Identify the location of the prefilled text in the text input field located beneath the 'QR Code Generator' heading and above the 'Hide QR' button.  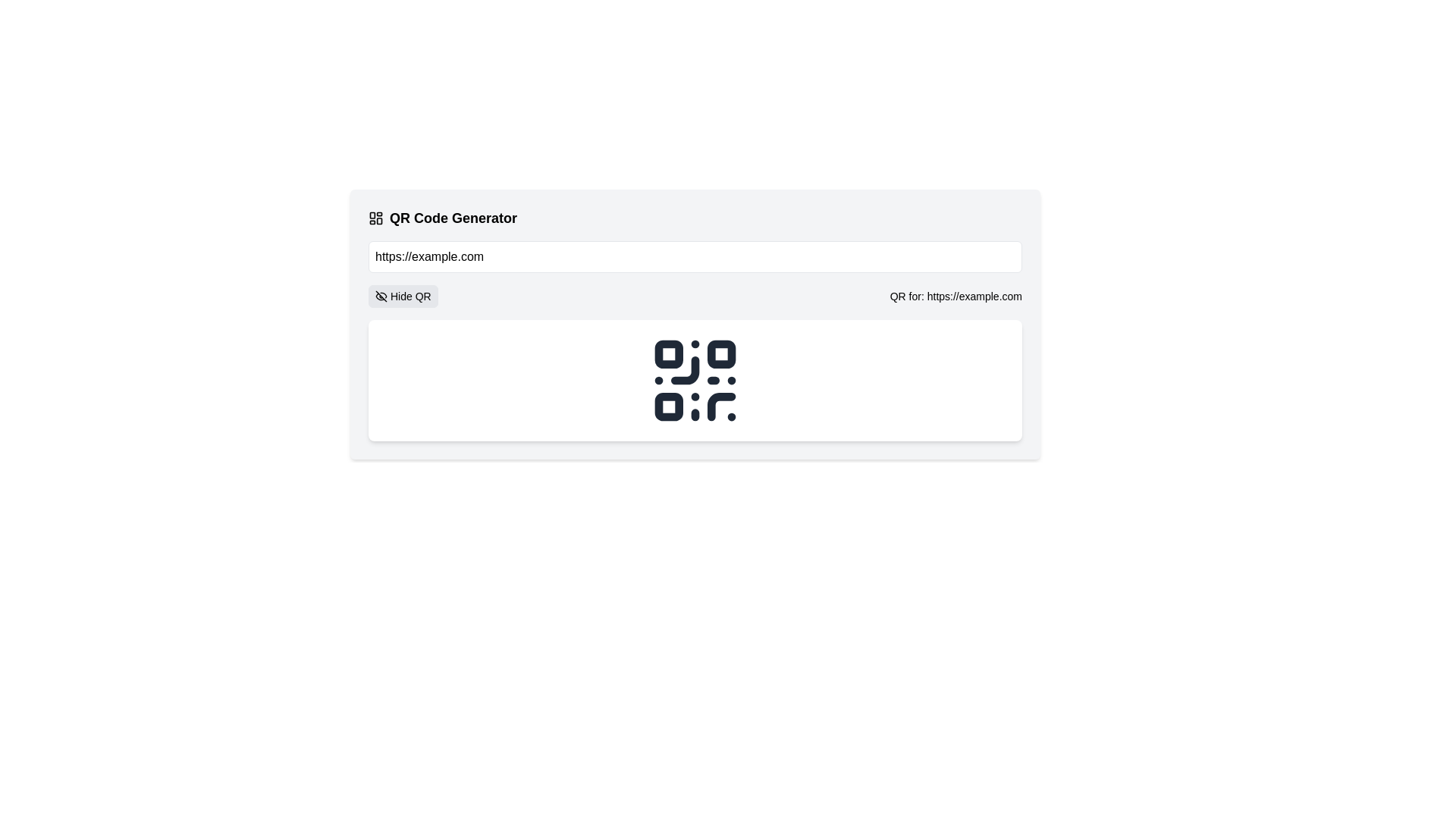
(694, 256).